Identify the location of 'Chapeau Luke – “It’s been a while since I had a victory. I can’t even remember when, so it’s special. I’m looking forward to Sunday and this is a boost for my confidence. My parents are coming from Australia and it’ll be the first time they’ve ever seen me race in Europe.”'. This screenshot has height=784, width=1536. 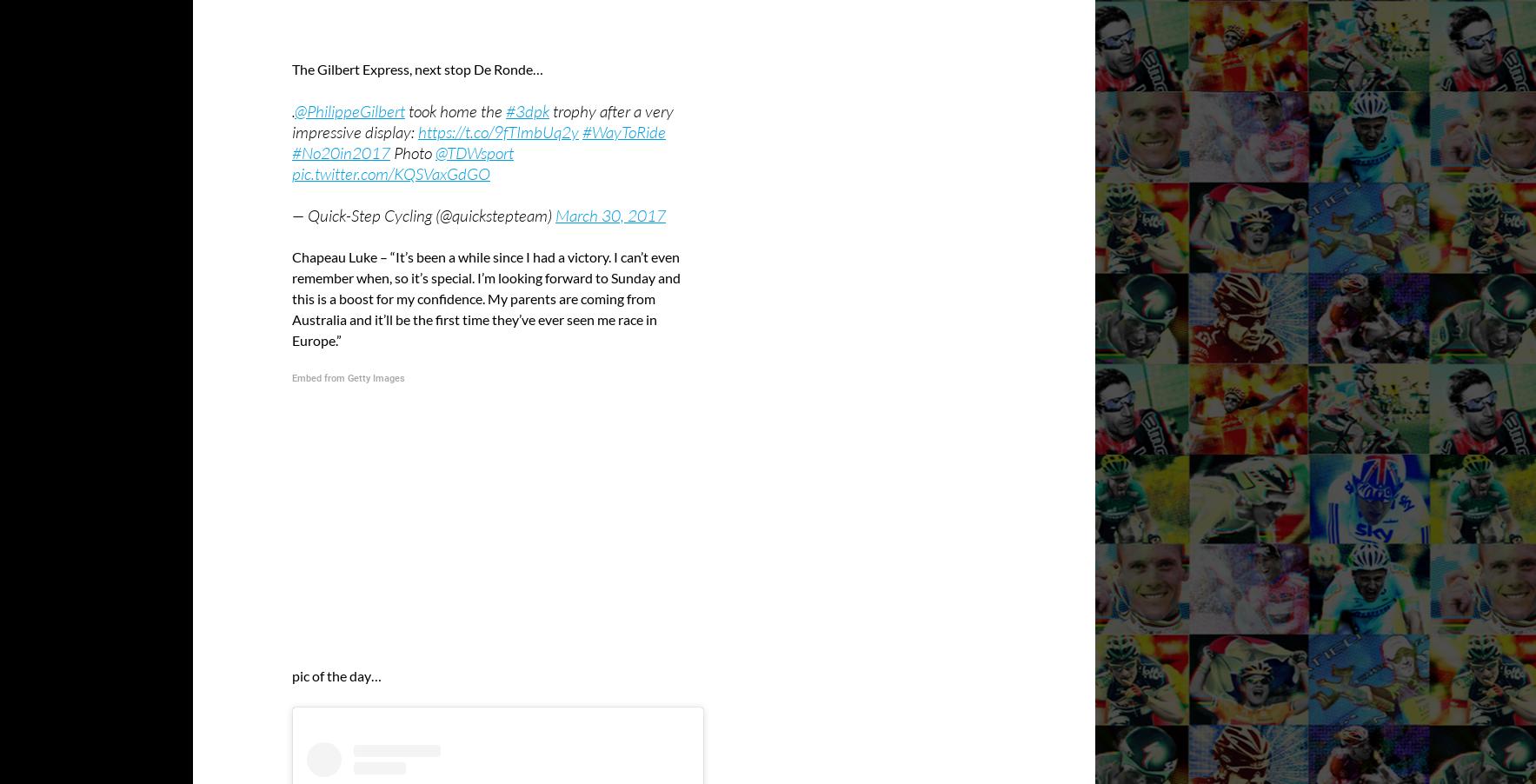
(486, 296).